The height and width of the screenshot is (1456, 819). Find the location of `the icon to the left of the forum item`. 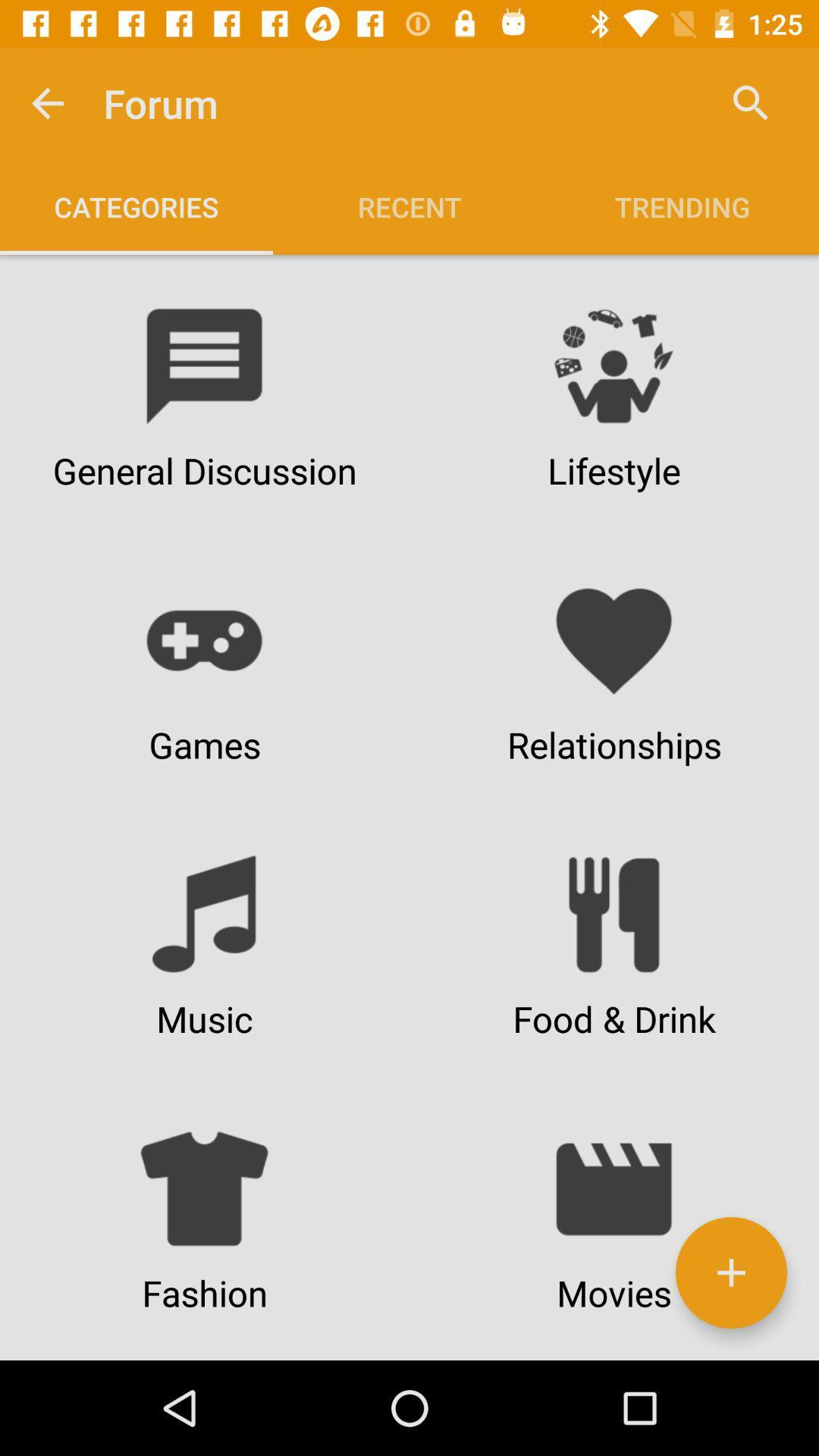

the icon to the left of the forum item is located at coordinates (46, 102).